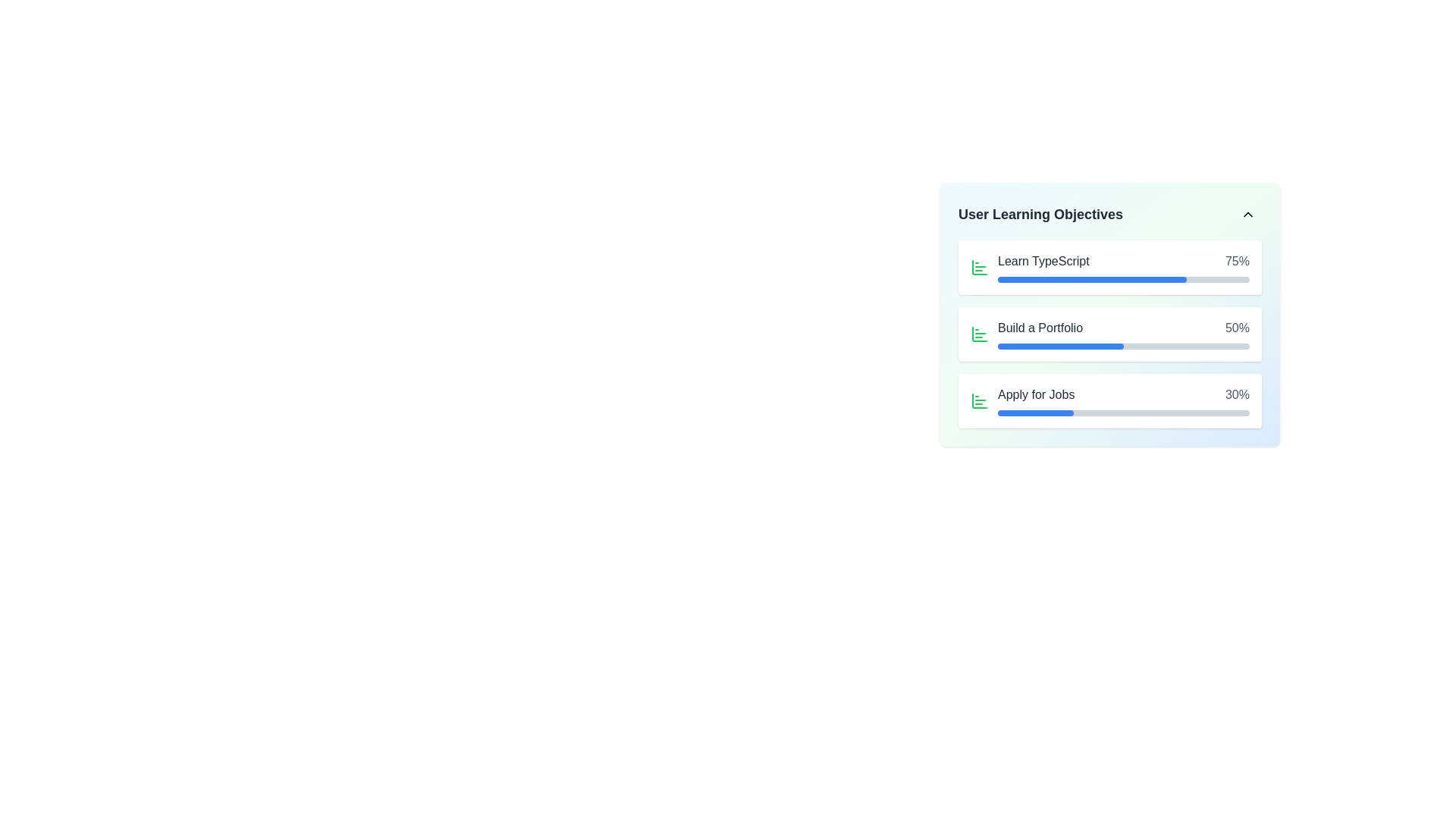 Image resolution: width=1456 pixels, height=819 pixels. I want to click on the progress bar fill indicator that is styled as a horizontal blue bar with rounded edges, located next to the 'Learn TypeScript' label and the numerical value '75%' under the 'User Learning Objectives' section, so click(1092, 280).